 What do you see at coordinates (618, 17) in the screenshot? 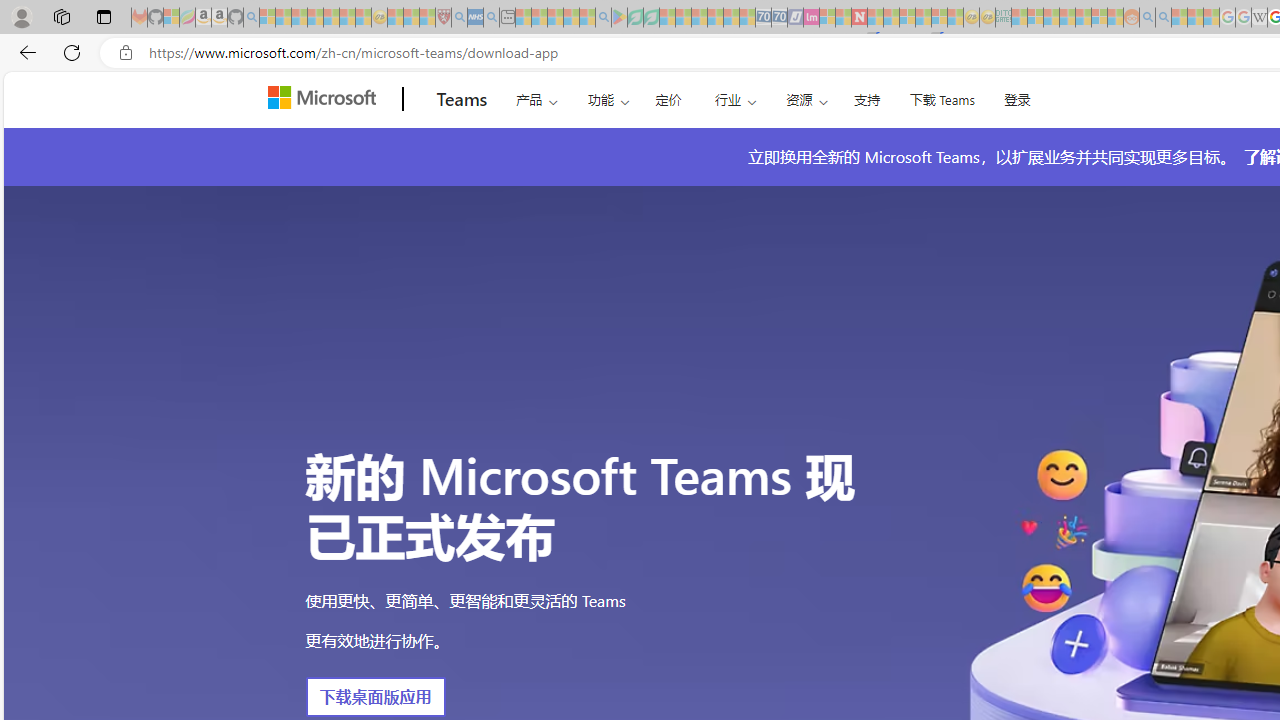
I see `'Bluey: Let'` at bounding box center [618, 17].